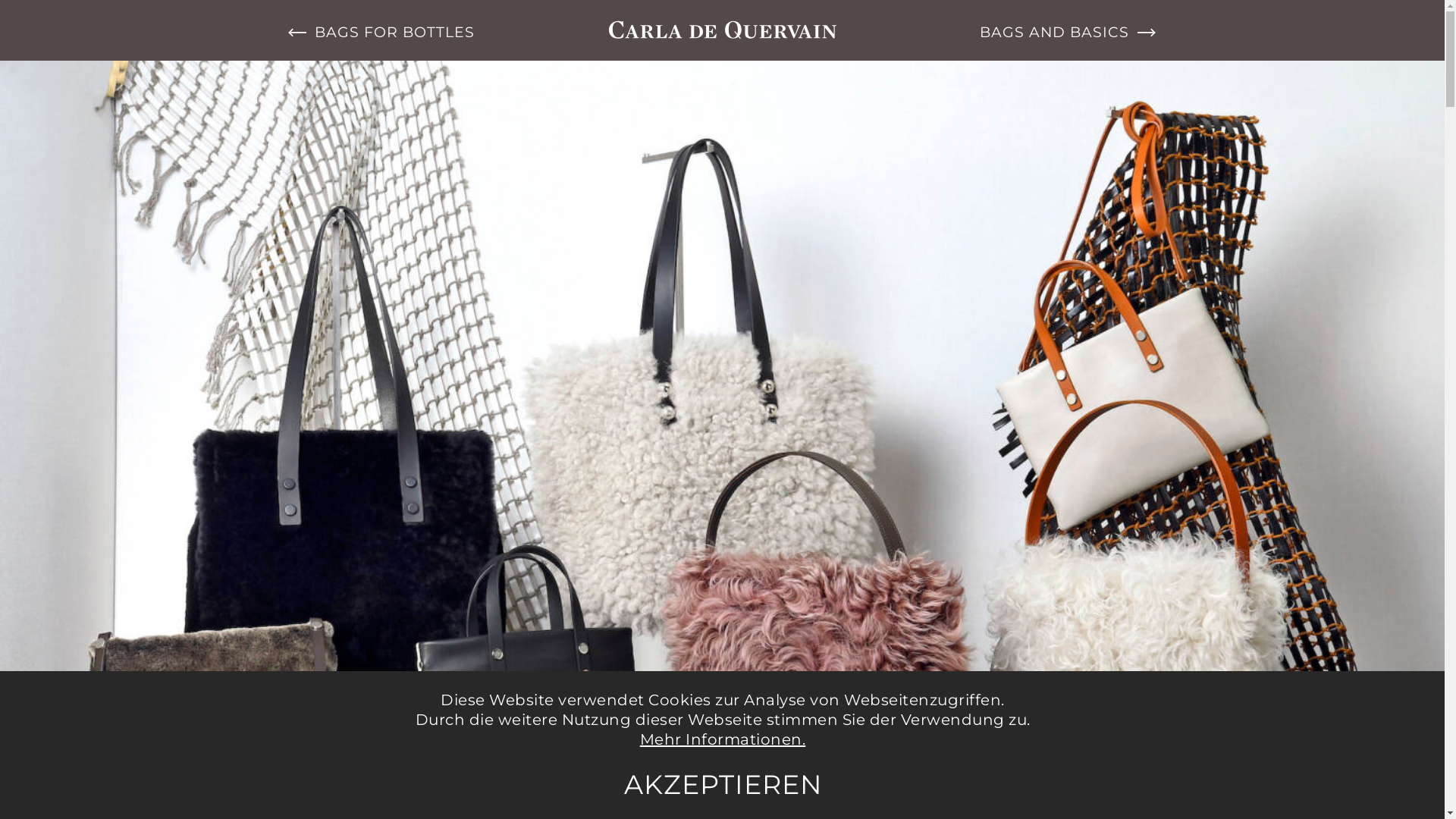 The height and width of the screenshot is (819, 1456). What do you see at coordinates (722, 739) in the screenshot?
I see `'Mehr Informationen.'` at bounding box center [722, 739].